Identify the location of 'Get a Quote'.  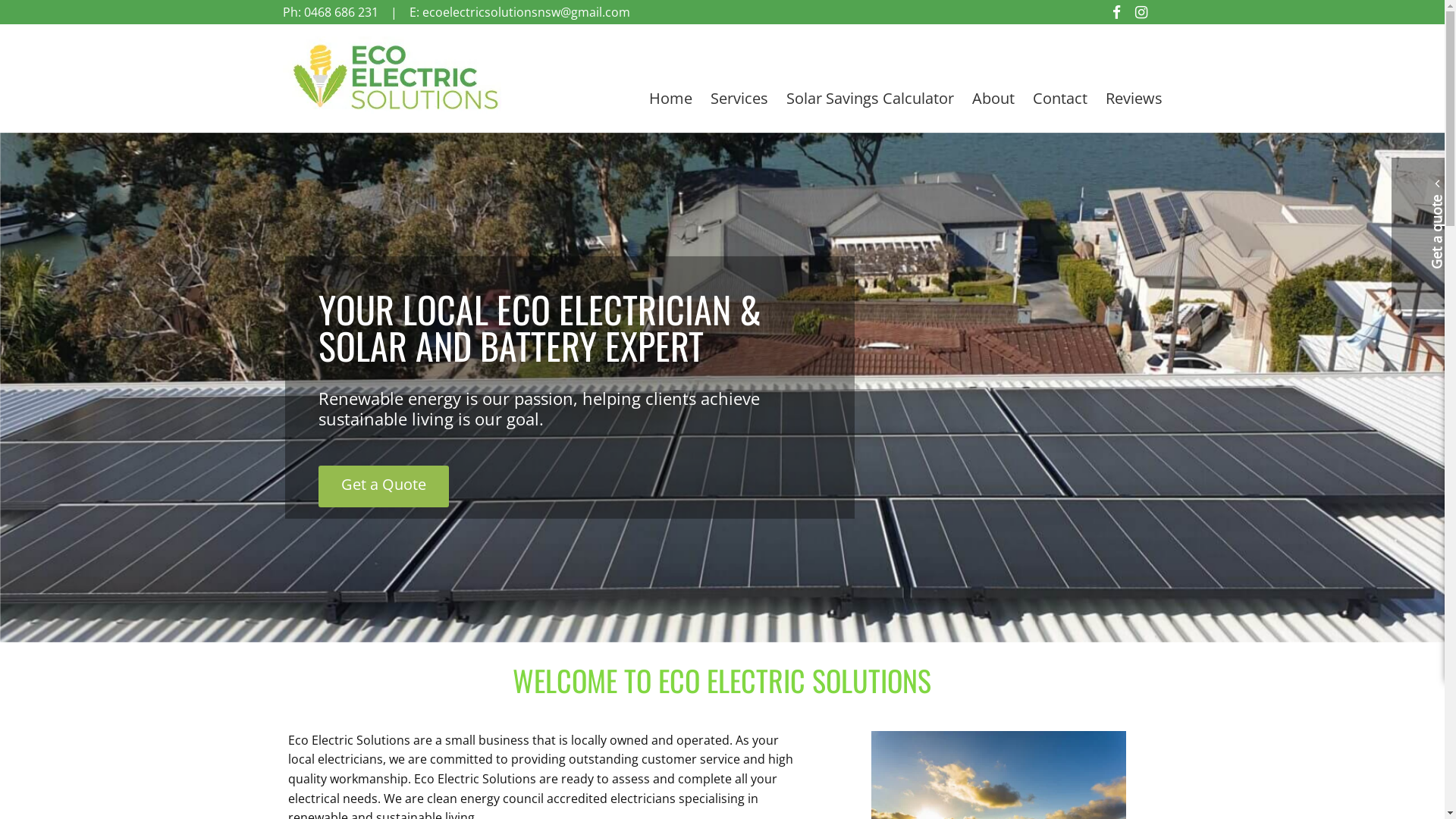
(318, 486).